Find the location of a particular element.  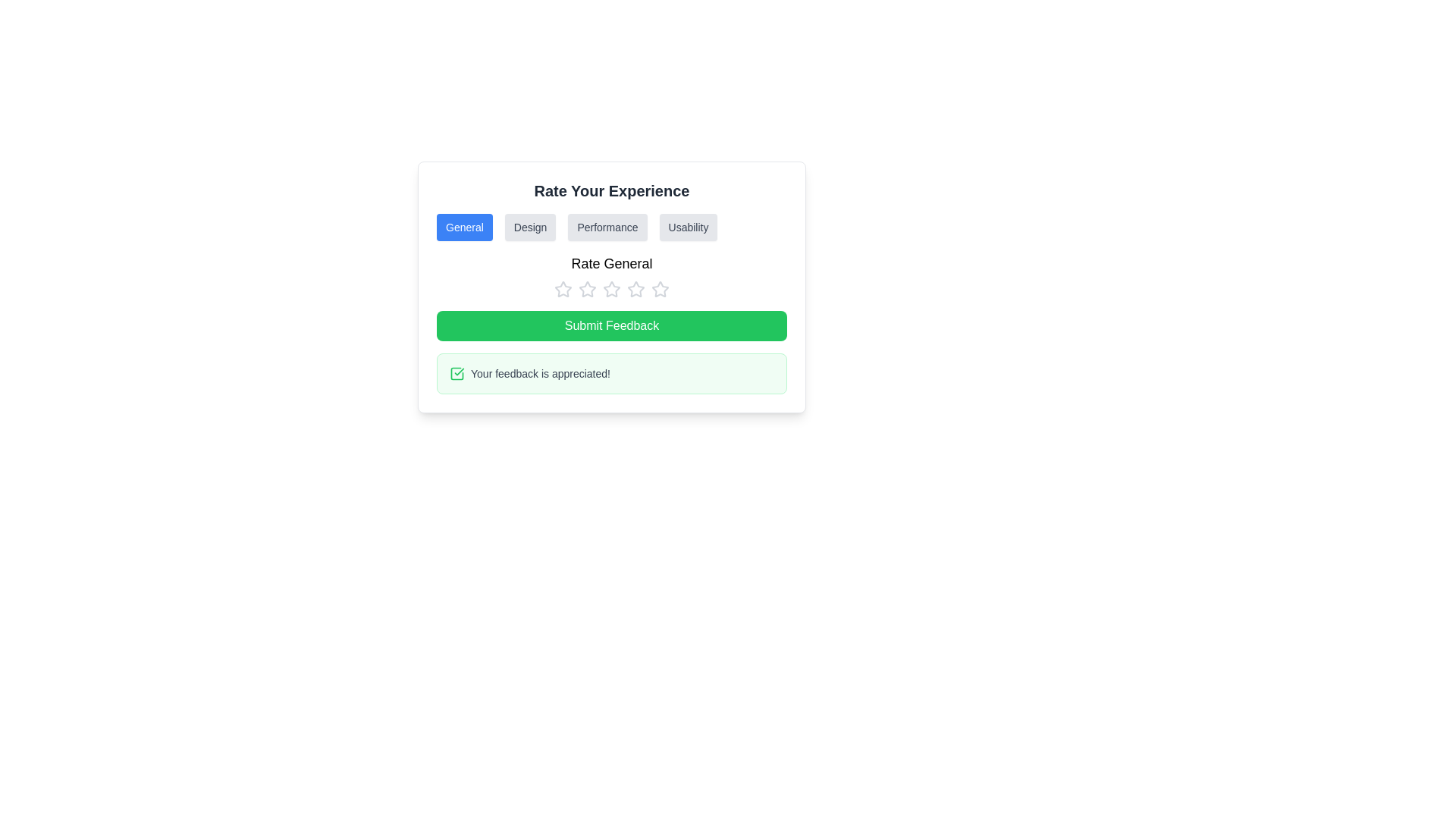

the first rating star icon located beneath the 'Rate General' text is located at coordinates (586, 289).